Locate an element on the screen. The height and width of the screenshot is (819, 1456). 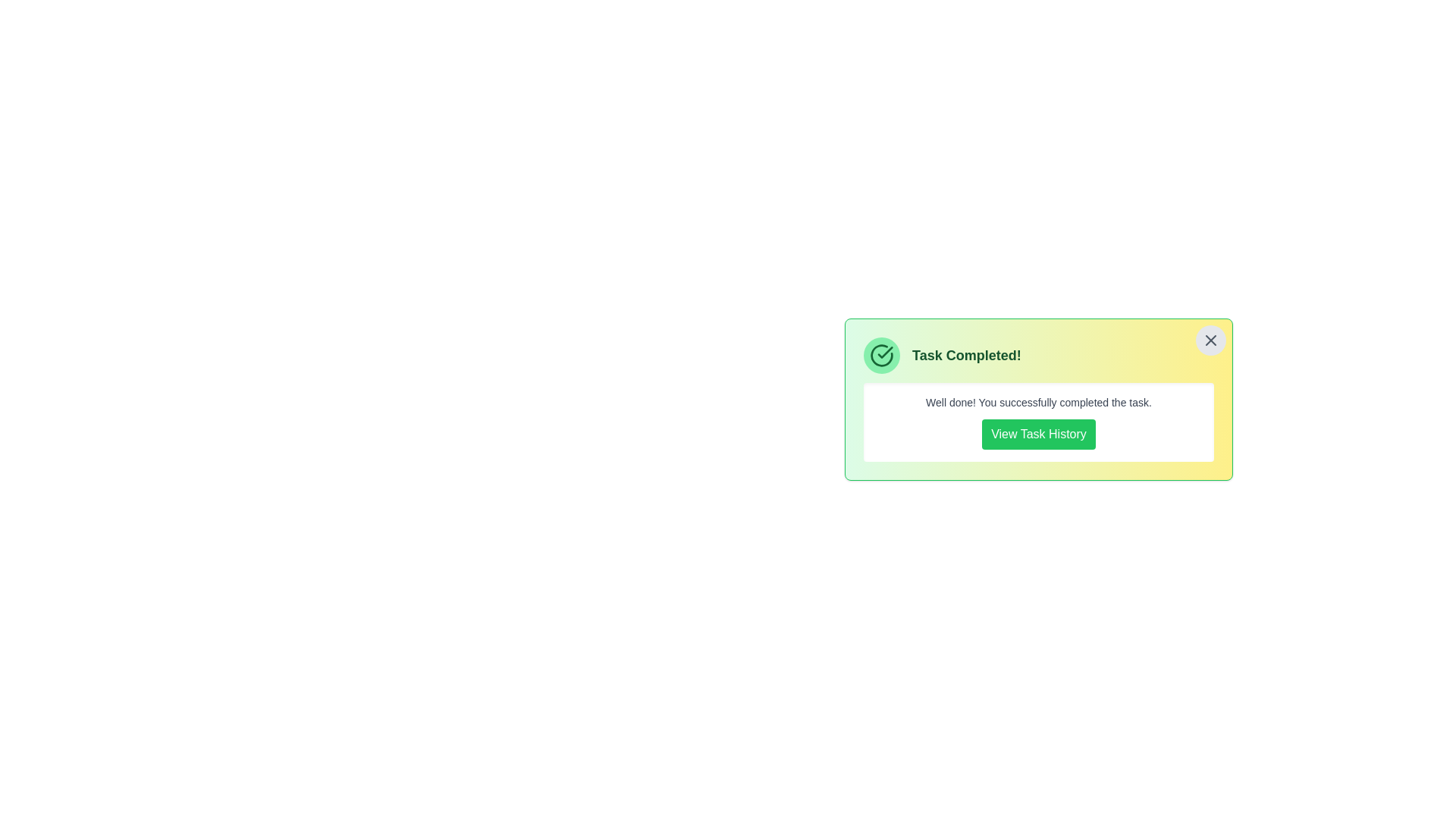
the descriptive text below the title is located at coordinates (1037, 402).